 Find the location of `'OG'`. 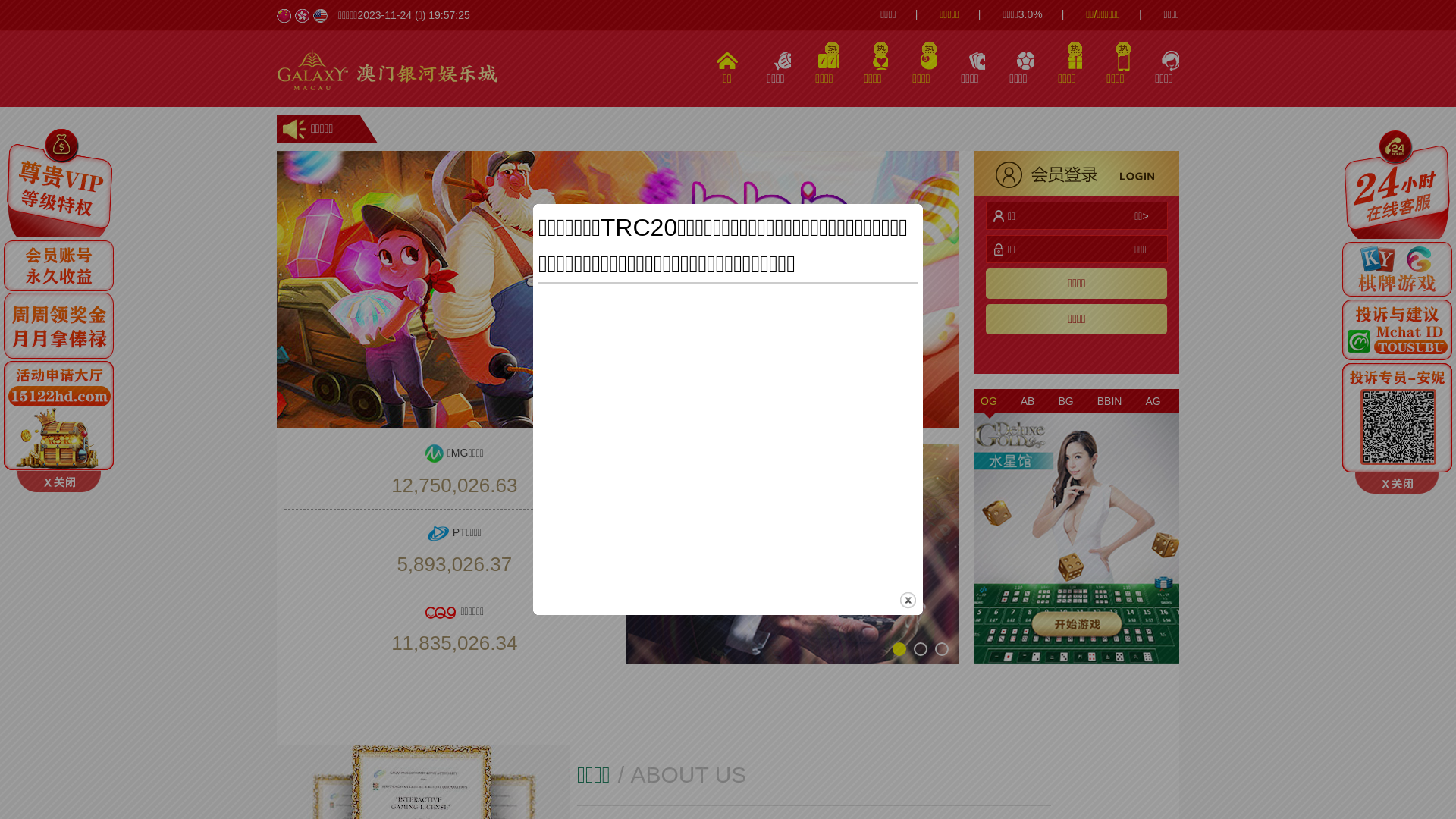

'OG' is located at coordinates (974, 400).